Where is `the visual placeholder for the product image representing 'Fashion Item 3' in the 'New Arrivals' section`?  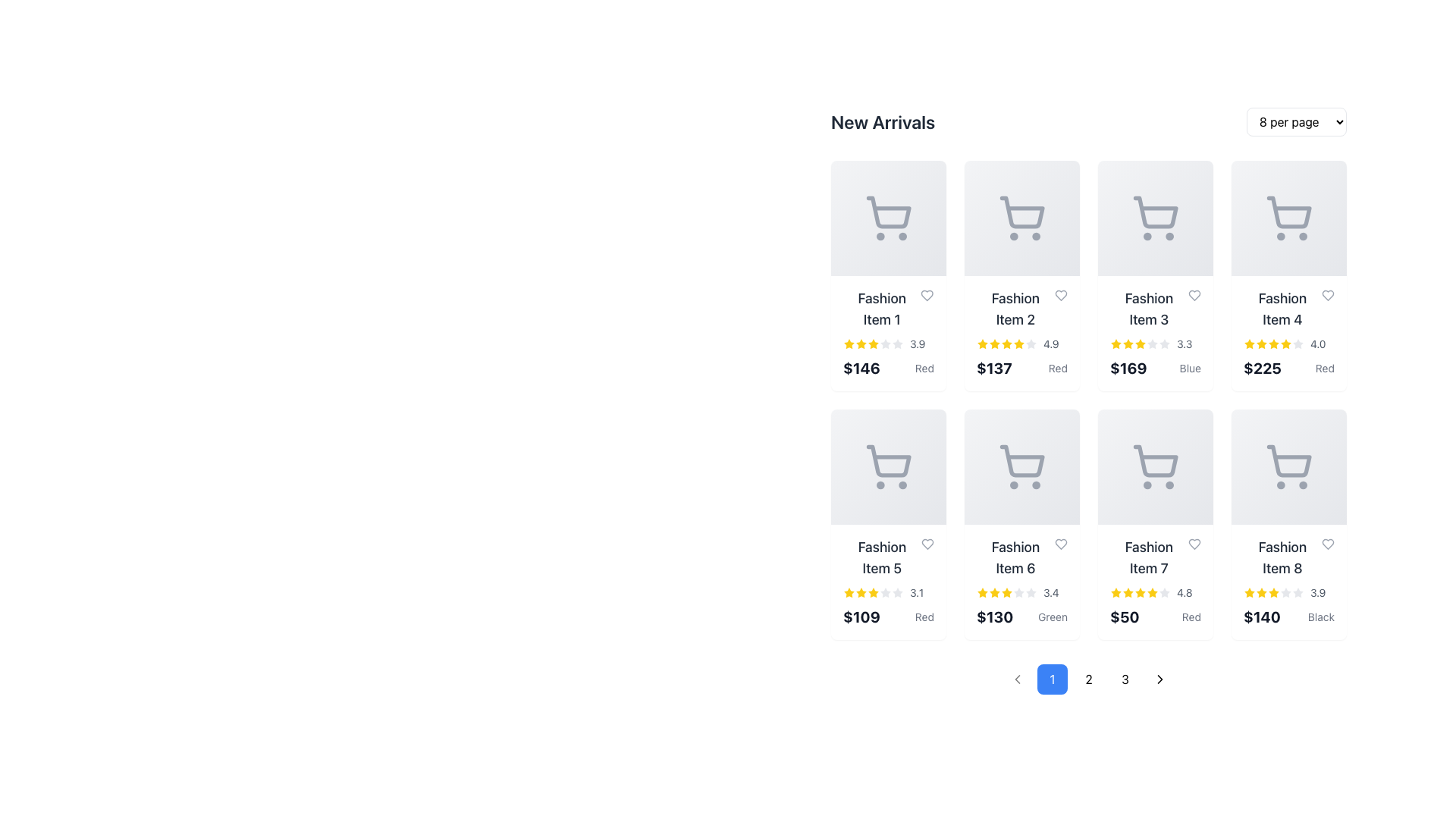 the visual placeholder for the product image representing 'Fashion Item 3' in the 'New Arrivals' section is located at coordinates (1154, 218).